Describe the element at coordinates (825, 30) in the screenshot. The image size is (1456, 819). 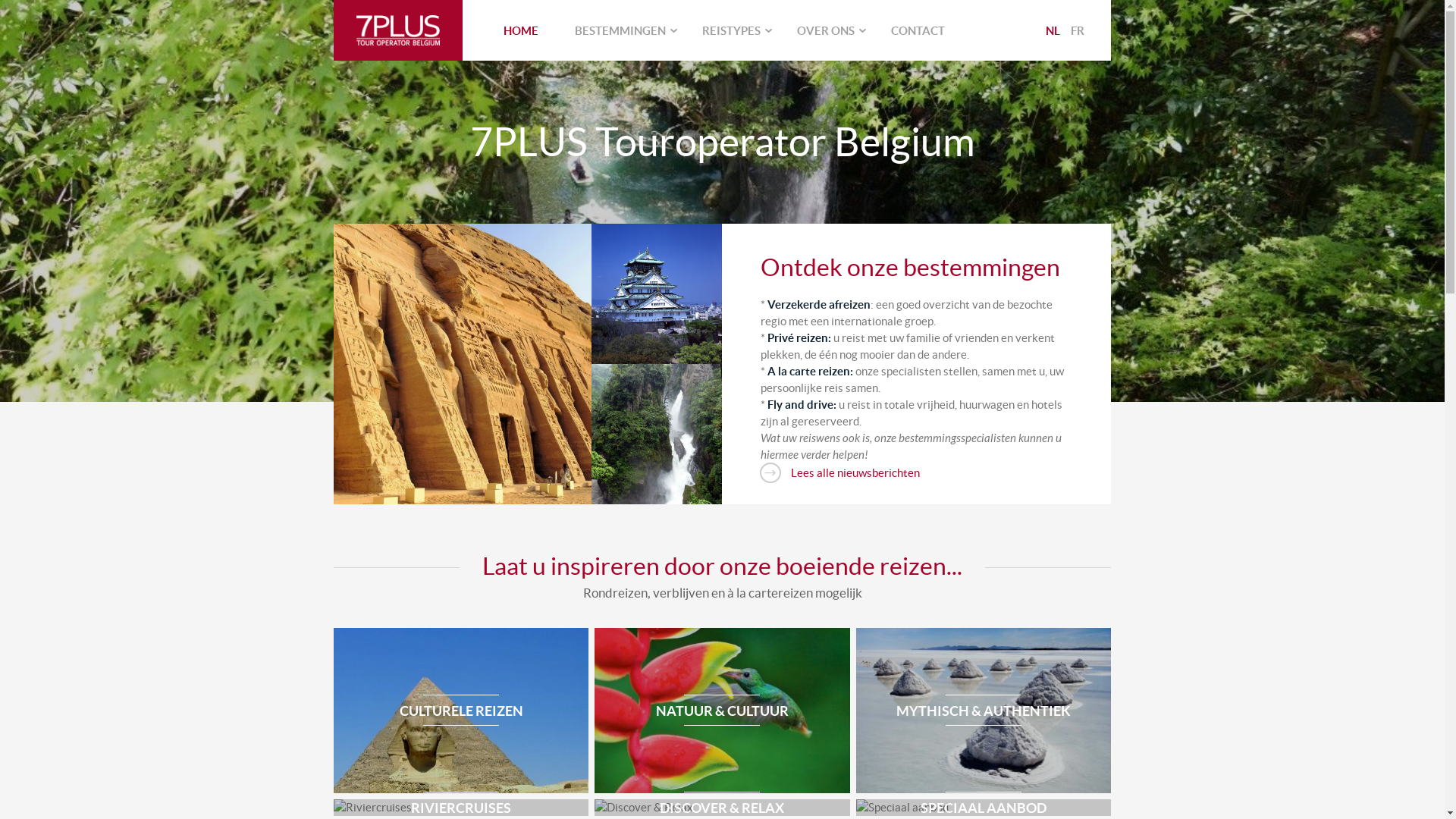
I see `'OVER ONS'` at that location.